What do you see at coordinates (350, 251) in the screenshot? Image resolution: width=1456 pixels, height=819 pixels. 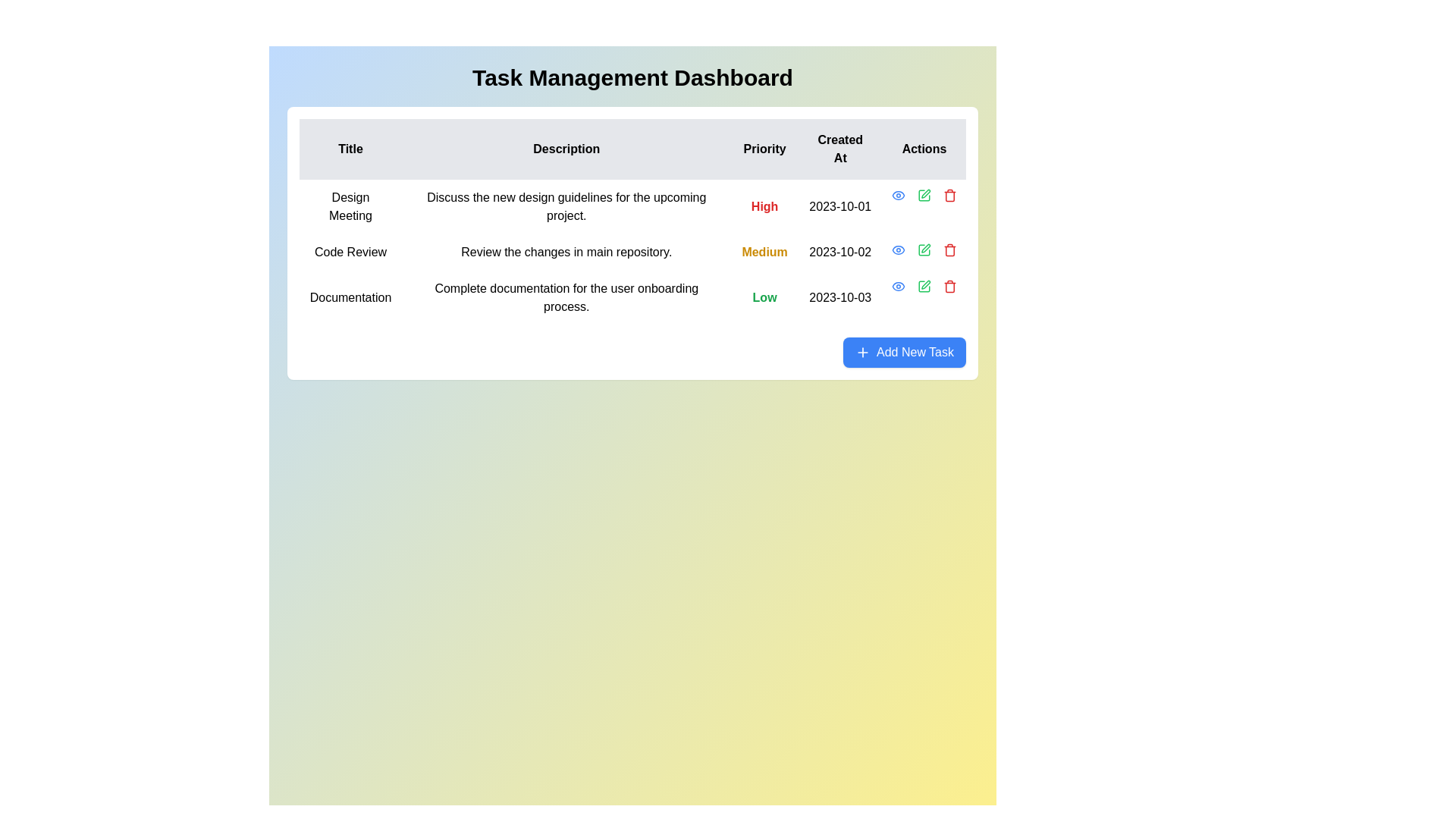 I see `text from the 'Code Review' label located in the task table under the 'Title' column, which is prominently displayed at the beginning of the task row` at bounding box center [350, 251].